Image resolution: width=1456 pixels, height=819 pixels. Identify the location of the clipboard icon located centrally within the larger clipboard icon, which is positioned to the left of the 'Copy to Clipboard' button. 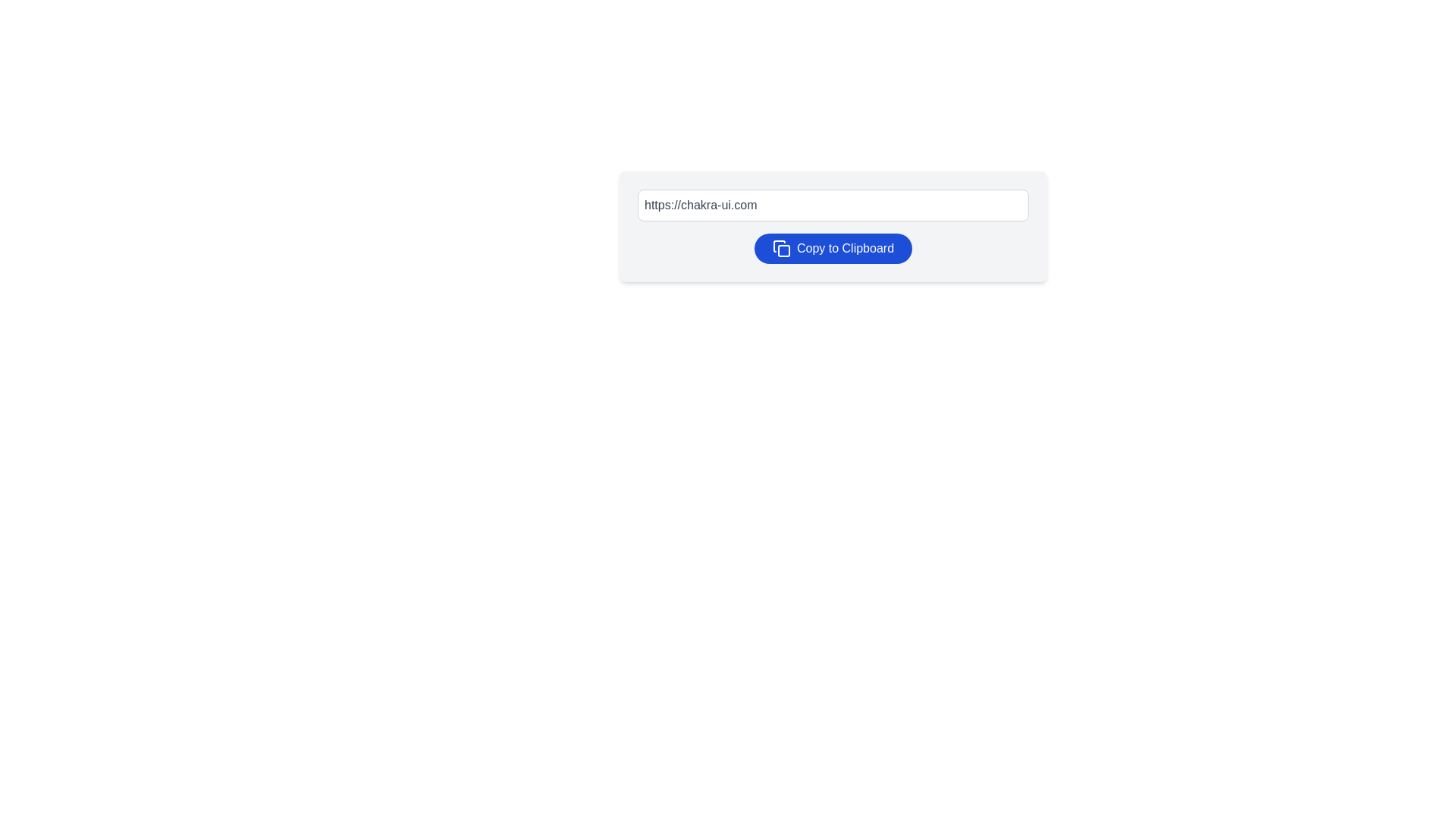
(783, 250).